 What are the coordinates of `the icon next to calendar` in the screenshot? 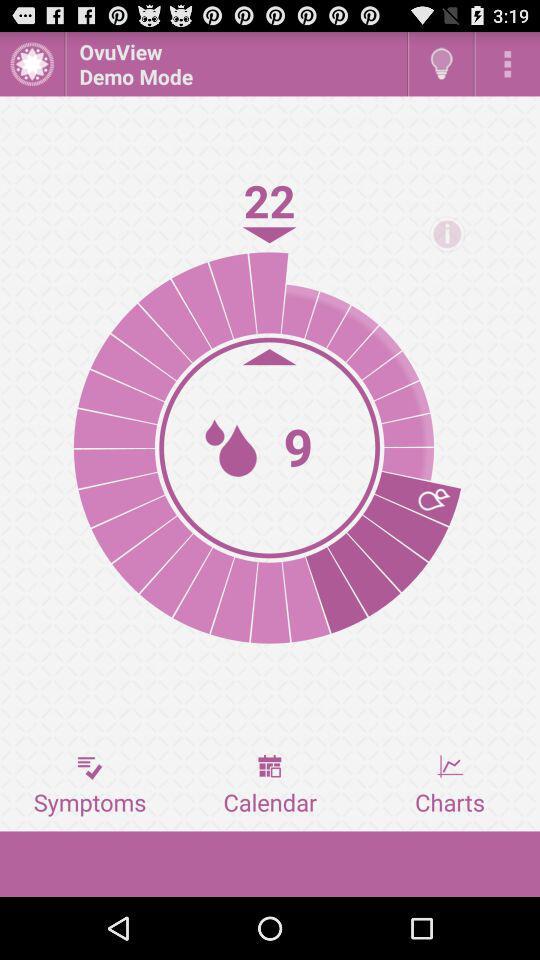 It's located at (449, 785).